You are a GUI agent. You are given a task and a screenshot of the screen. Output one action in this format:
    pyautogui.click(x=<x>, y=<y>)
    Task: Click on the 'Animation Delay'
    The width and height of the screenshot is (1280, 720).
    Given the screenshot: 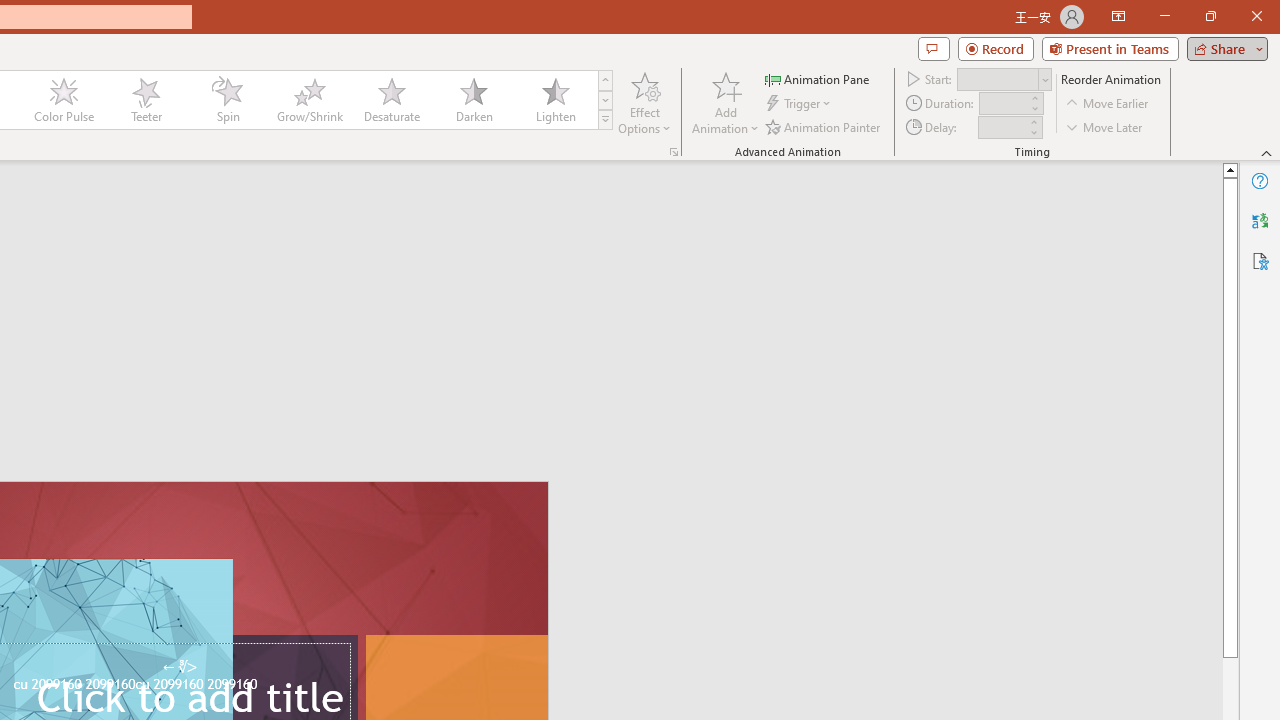 What is the action you would take?
    pyautogui.click(x=1002, y=127)
    